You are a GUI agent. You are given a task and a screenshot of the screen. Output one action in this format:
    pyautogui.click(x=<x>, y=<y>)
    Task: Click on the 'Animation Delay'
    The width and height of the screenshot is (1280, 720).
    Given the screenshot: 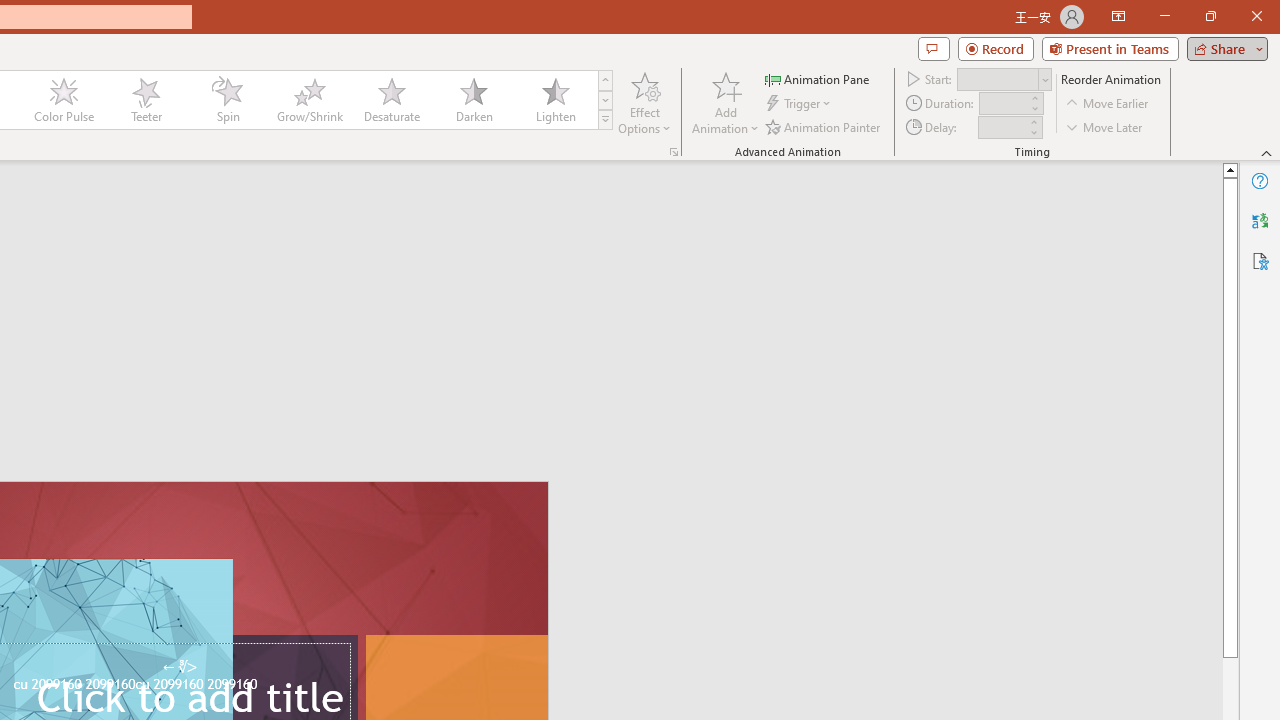 What is the action you would take?
    pyautogui.click(x=1002, y=127)
    